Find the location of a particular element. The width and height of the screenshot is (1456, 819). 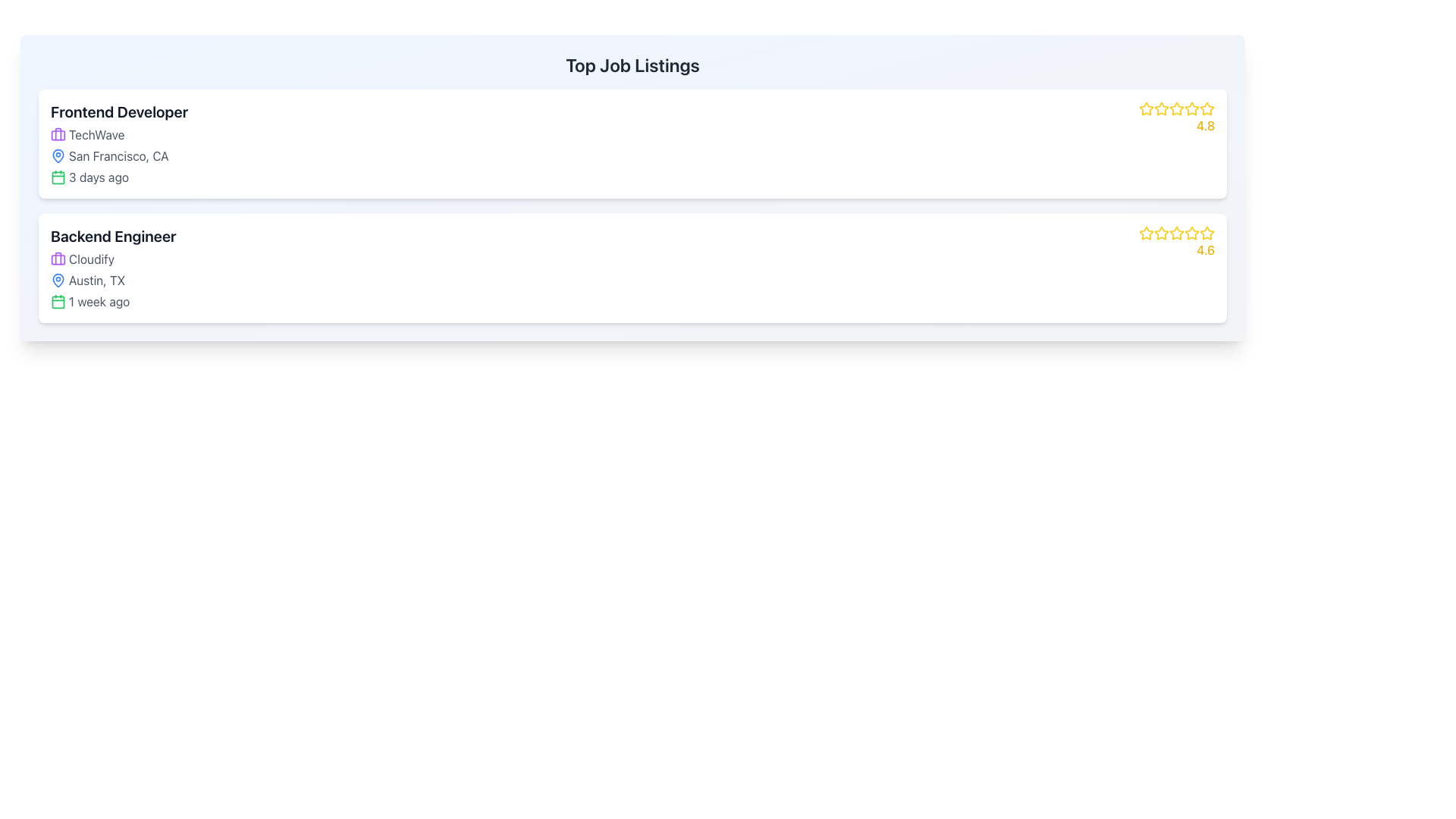

the Location display element indicating the geographical location associated with the job posting for the Frontend Developer position is located at coordinates (118, 155).